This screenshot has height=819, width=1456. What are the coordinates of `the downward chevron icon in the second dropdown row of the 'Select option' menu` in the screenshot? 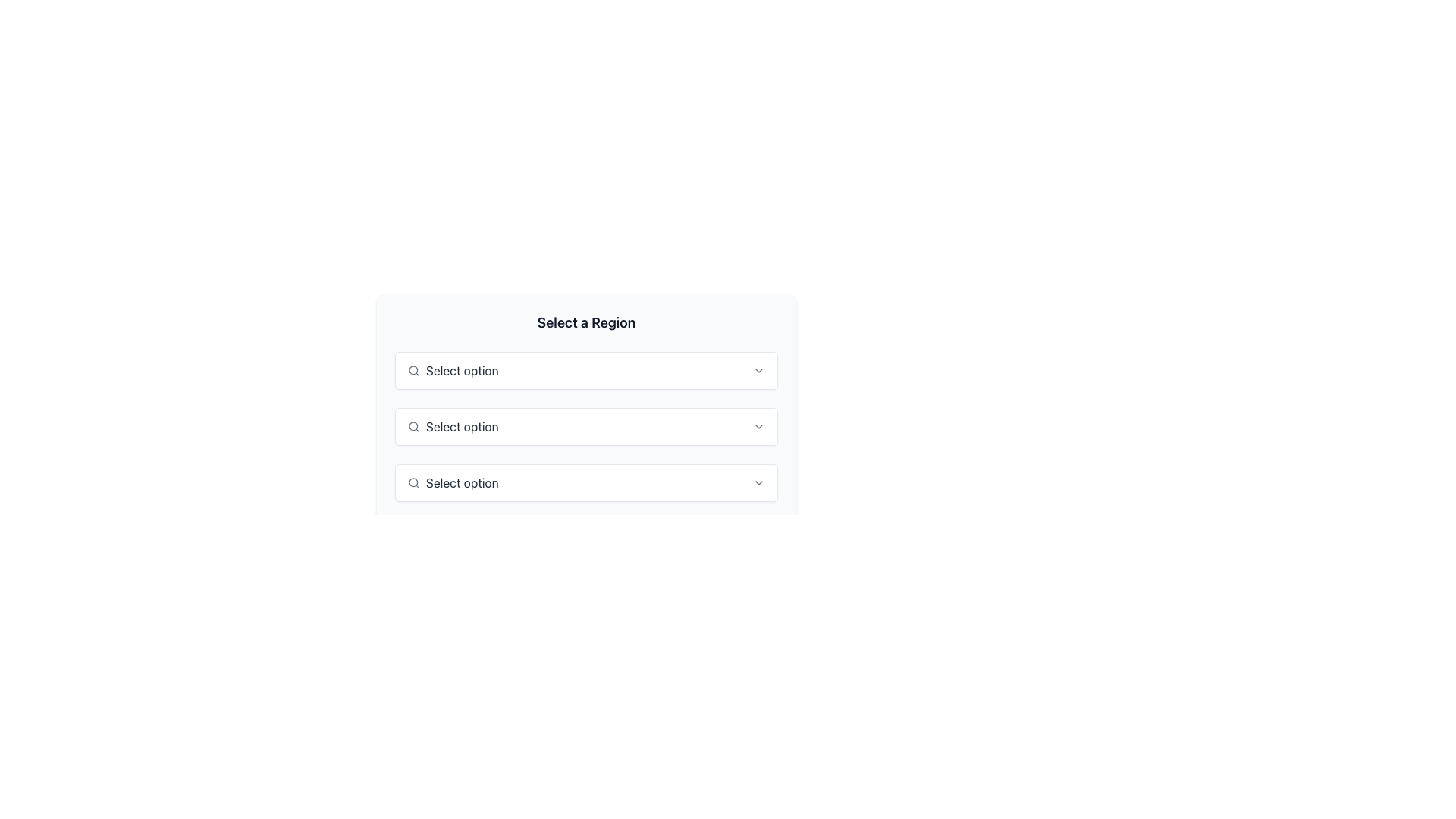 It's located at (759, 427).